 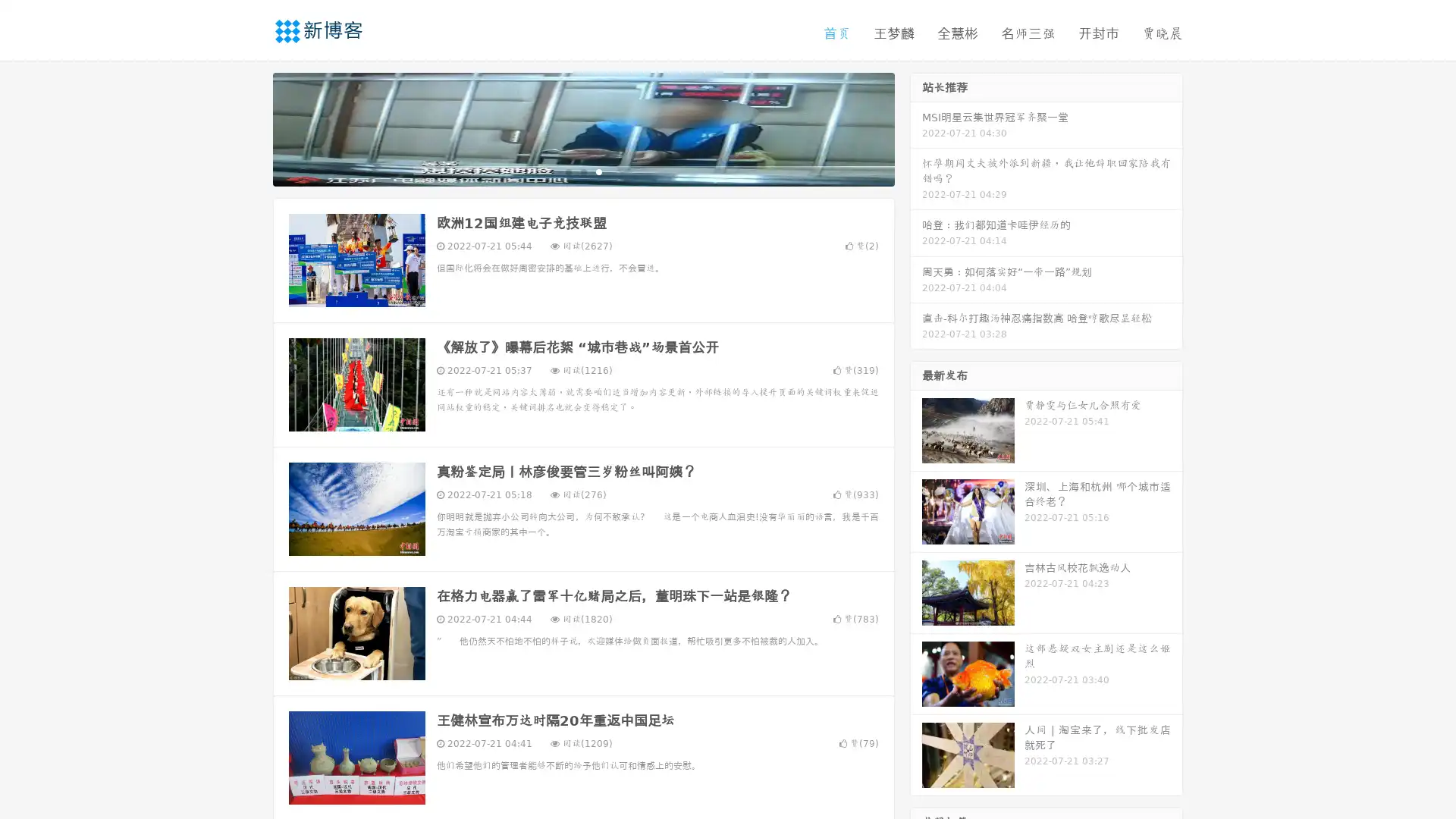 What do you see at coordinates (598, 171) in the screenshot?
I see `Go to slide 3` at bounding box center [598, 171].